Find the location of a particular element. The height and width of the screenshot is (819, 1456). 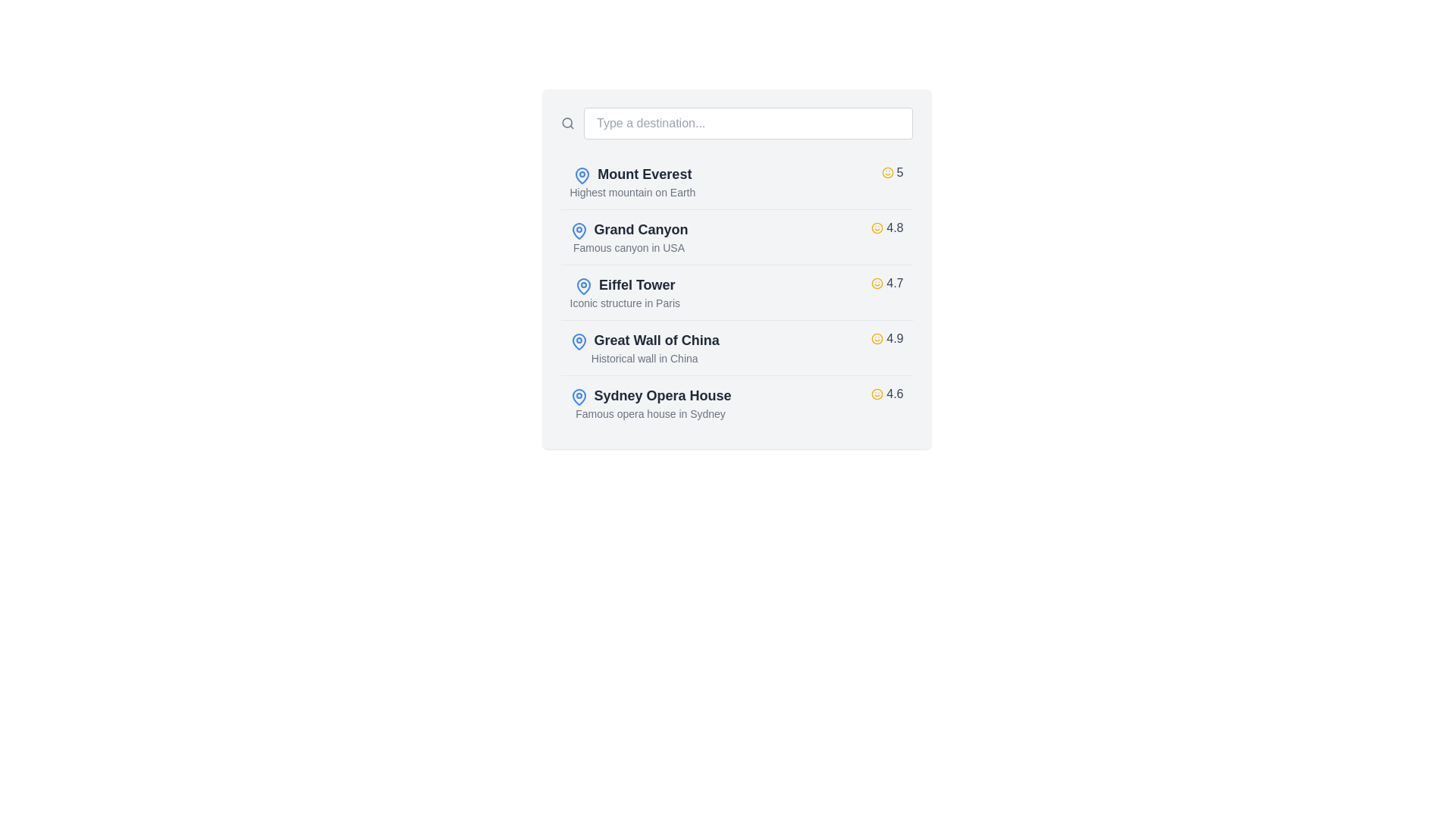

displayed numeric value '5' from the text label element, which is styled in gray and positioned to the right of a yellow smiling face icon within a horizontal layout is located at coordinates (900, 171).